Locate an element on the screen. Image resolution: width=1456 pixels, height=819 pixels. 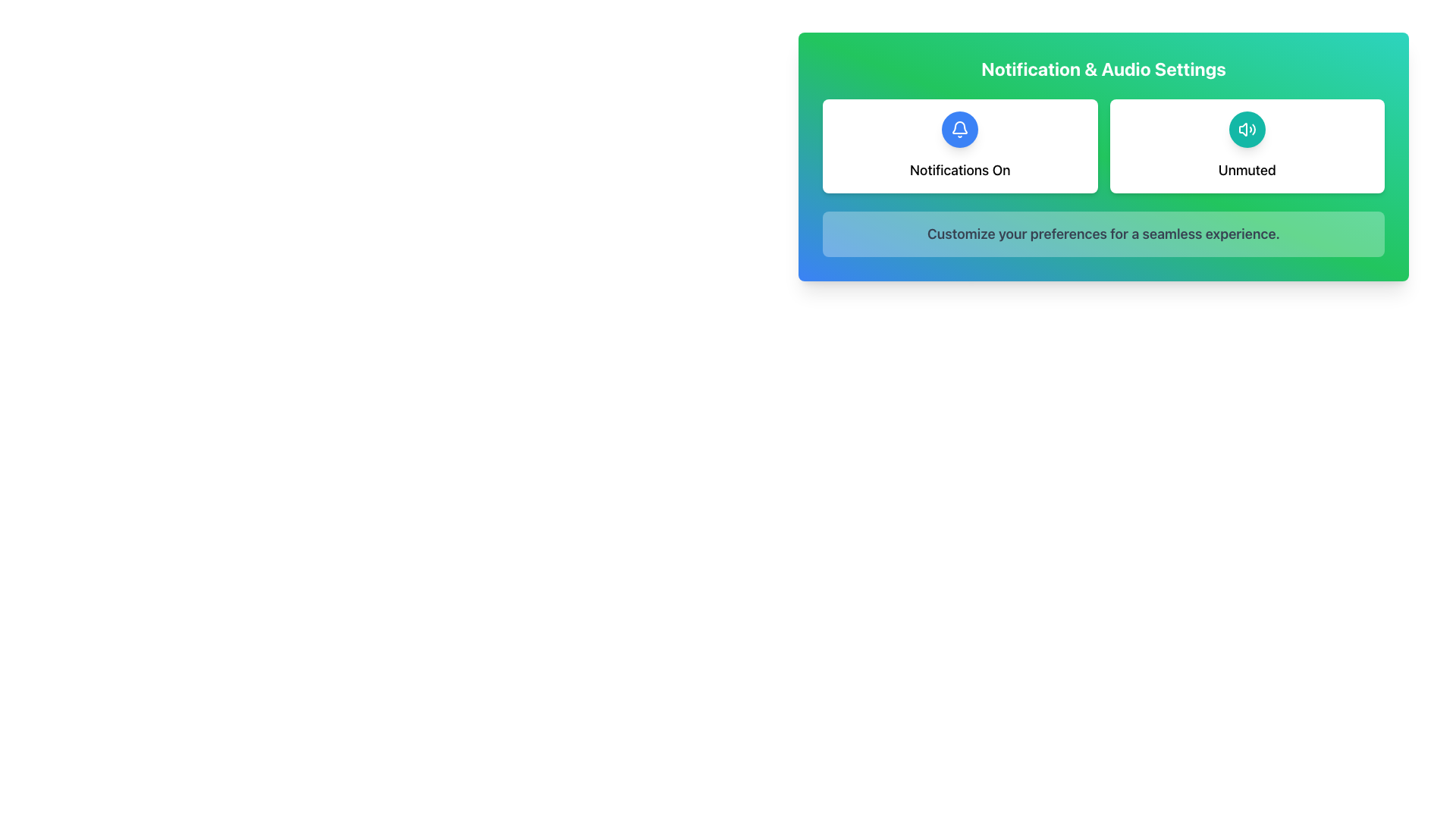
the button to manage or toggle notification settings, located within the 'Notifications On' section of the Notification & Audio Settings interface is located at coordinates (959, 128).